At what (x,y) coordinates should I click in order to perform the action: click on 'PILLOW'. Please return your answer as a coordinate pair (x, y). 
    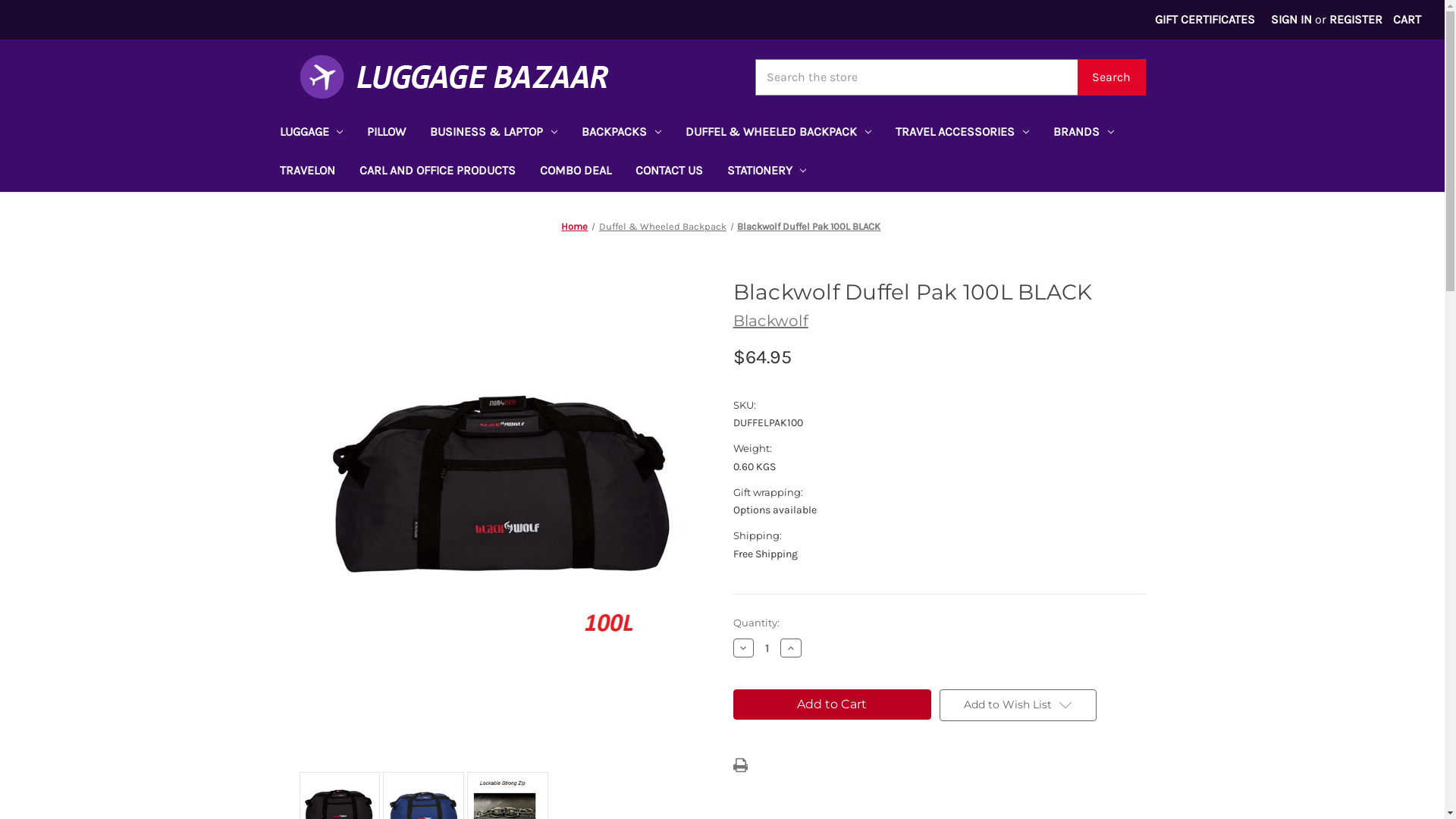
    Looking at the image, I should click on (386, 133).